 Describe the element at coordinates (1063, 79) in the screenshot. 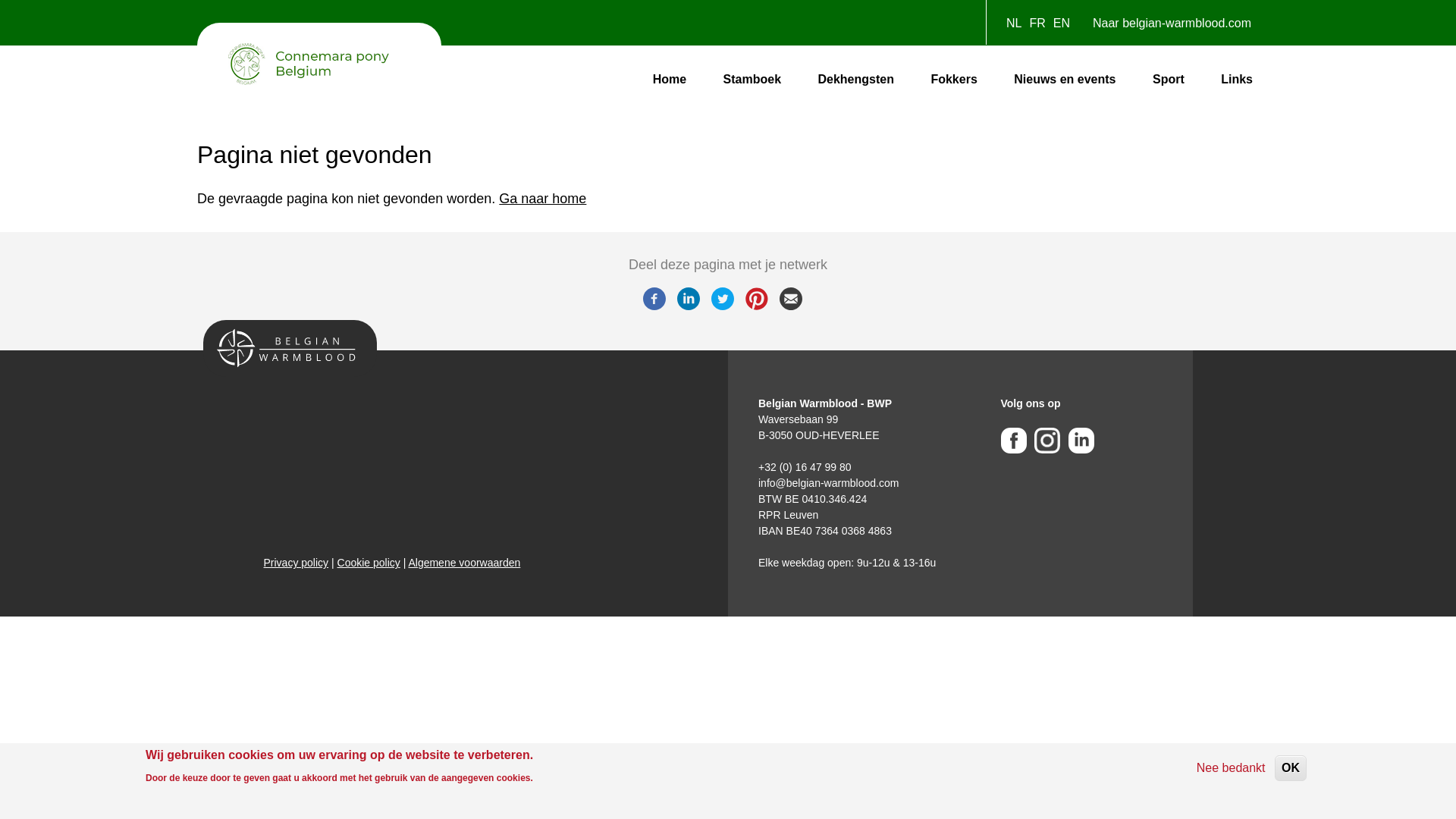

I see `'Nieuws en events'` at that location.